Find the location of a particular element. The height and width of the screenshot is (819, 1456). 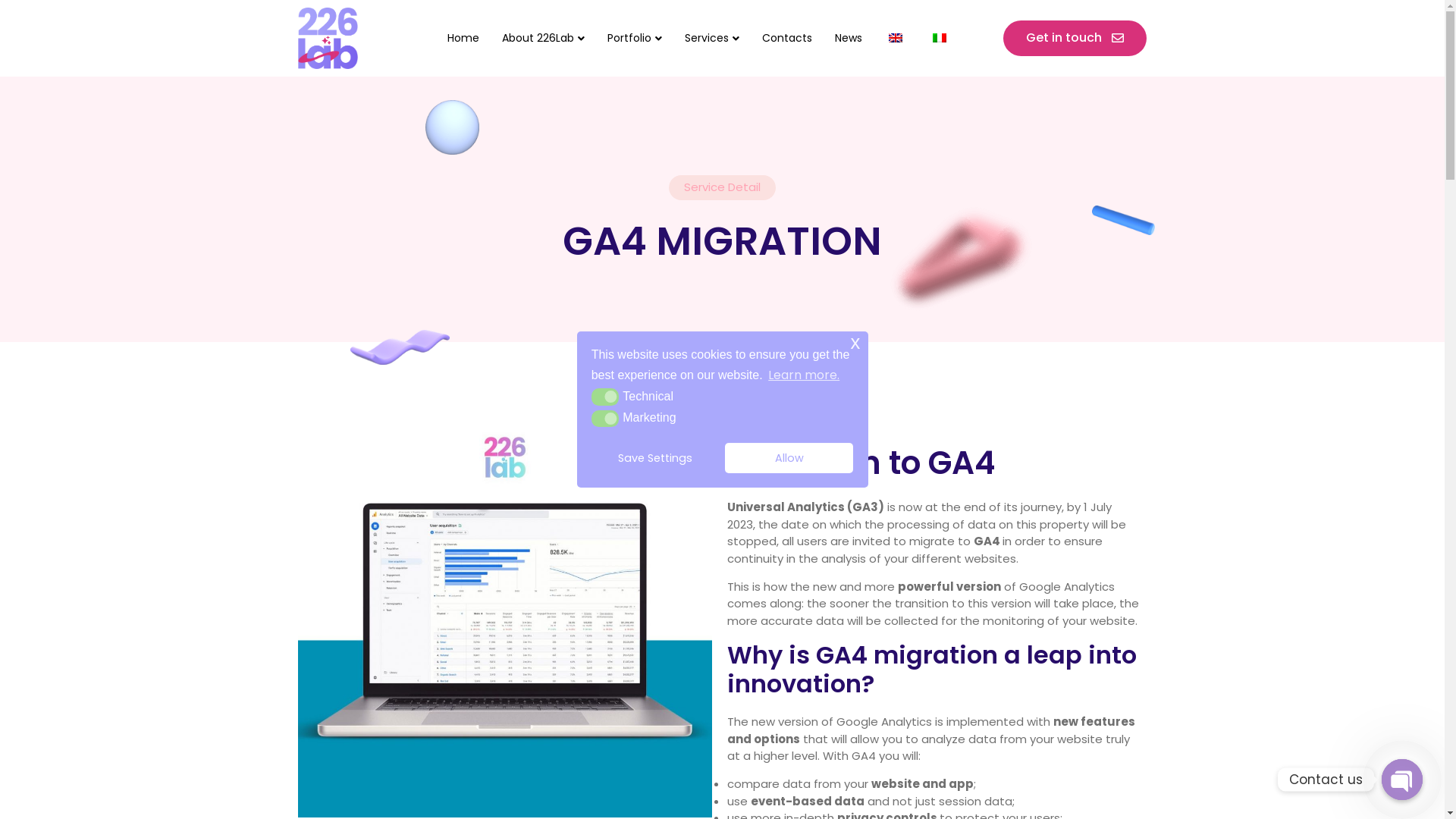

'Portfolio' is located at coordinates (634, 37).